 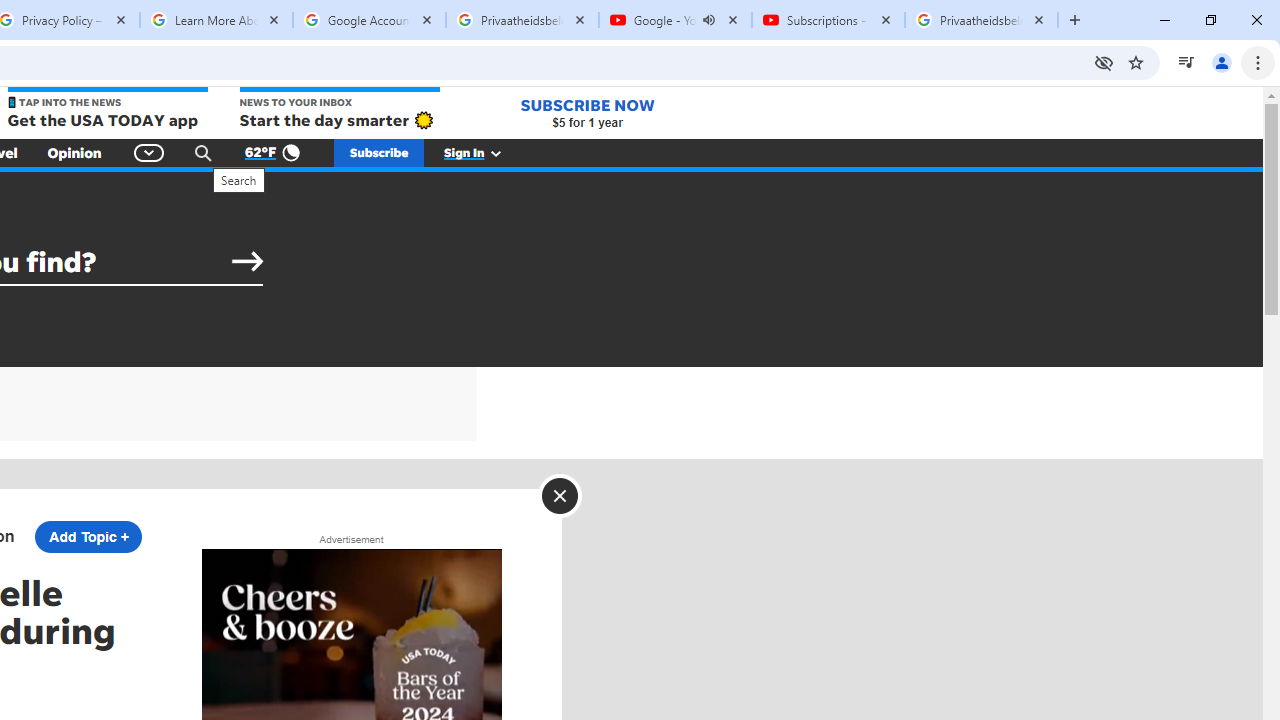 What do you see at coordinates (379, 152) in the screenshot?
I see `'Subscribe'` at bounding box center [379, 152].